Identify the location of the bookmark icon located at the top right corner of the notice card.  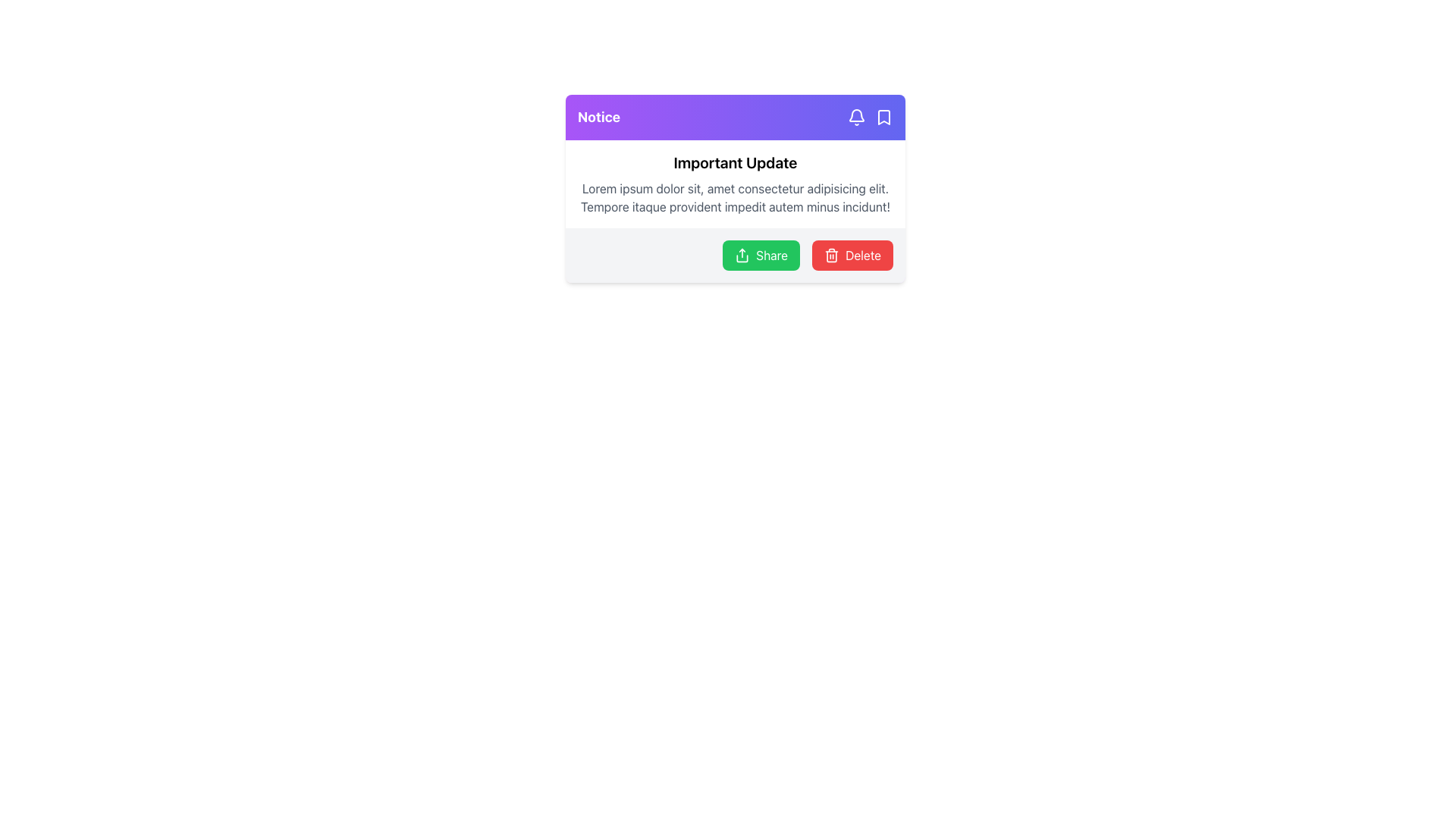
(884, 116).